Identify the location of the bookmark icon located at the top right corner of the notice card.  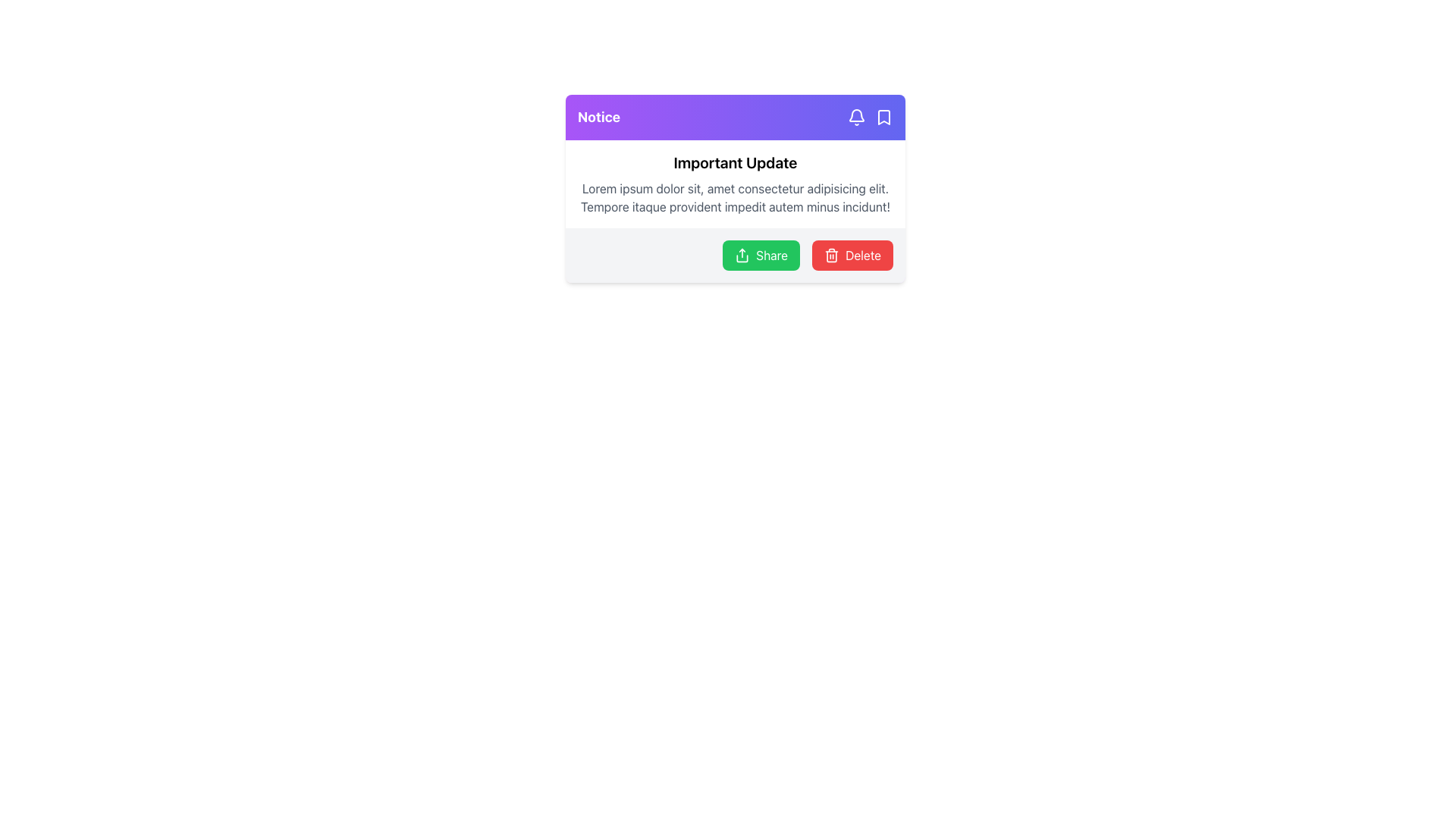
(884, 116).